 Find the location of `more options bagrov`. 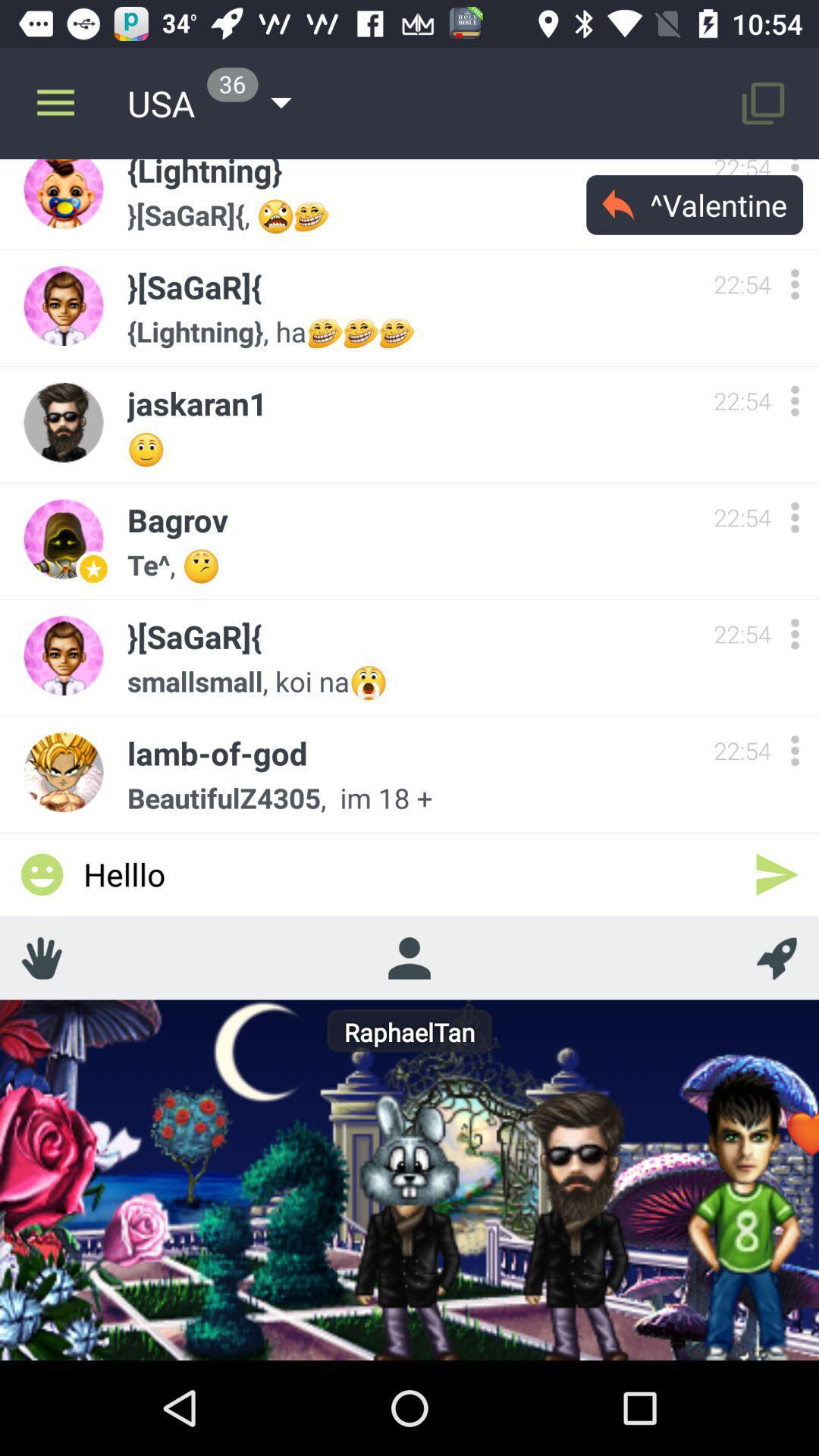

more options bagrov is located at coordinates (794, 517).